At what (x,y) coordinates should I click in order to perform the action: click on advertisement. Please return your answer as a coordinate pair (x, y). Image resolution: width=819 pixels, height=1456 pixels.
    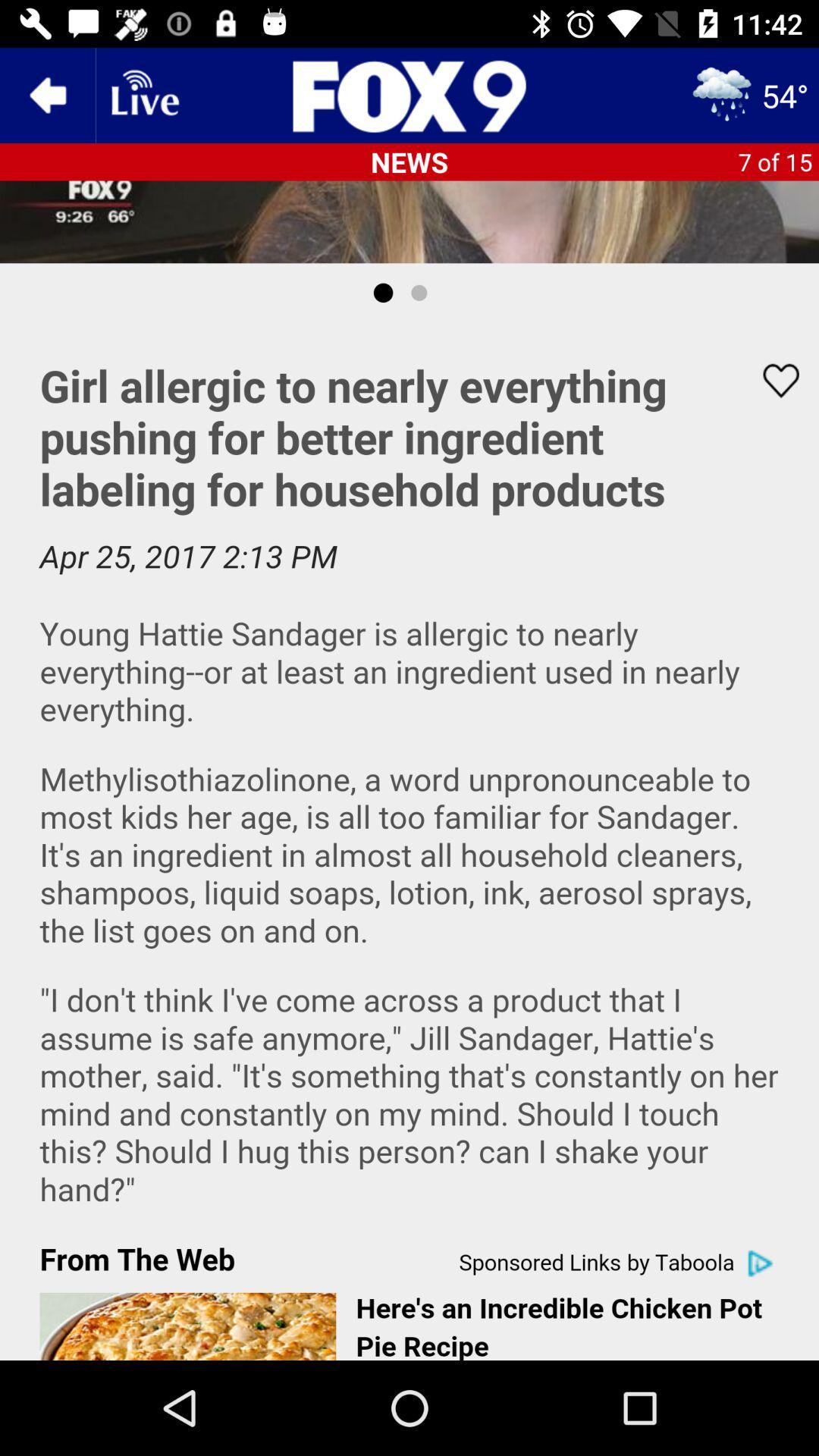
    Looking at the image, I should click on (409, 840).